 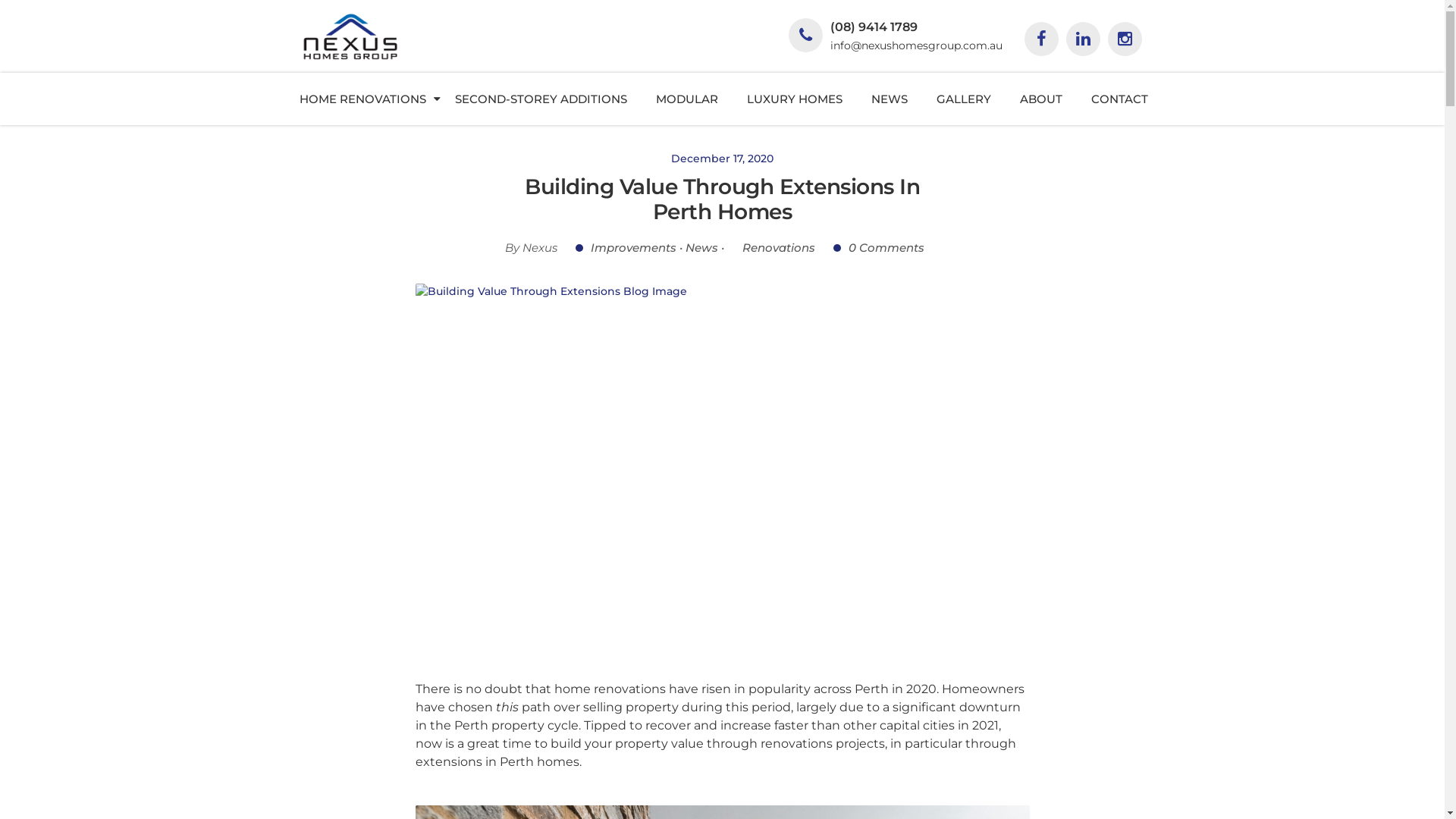 I want to click on 'info@nexushomesgroup.com.au', so click(x=829, y=45).